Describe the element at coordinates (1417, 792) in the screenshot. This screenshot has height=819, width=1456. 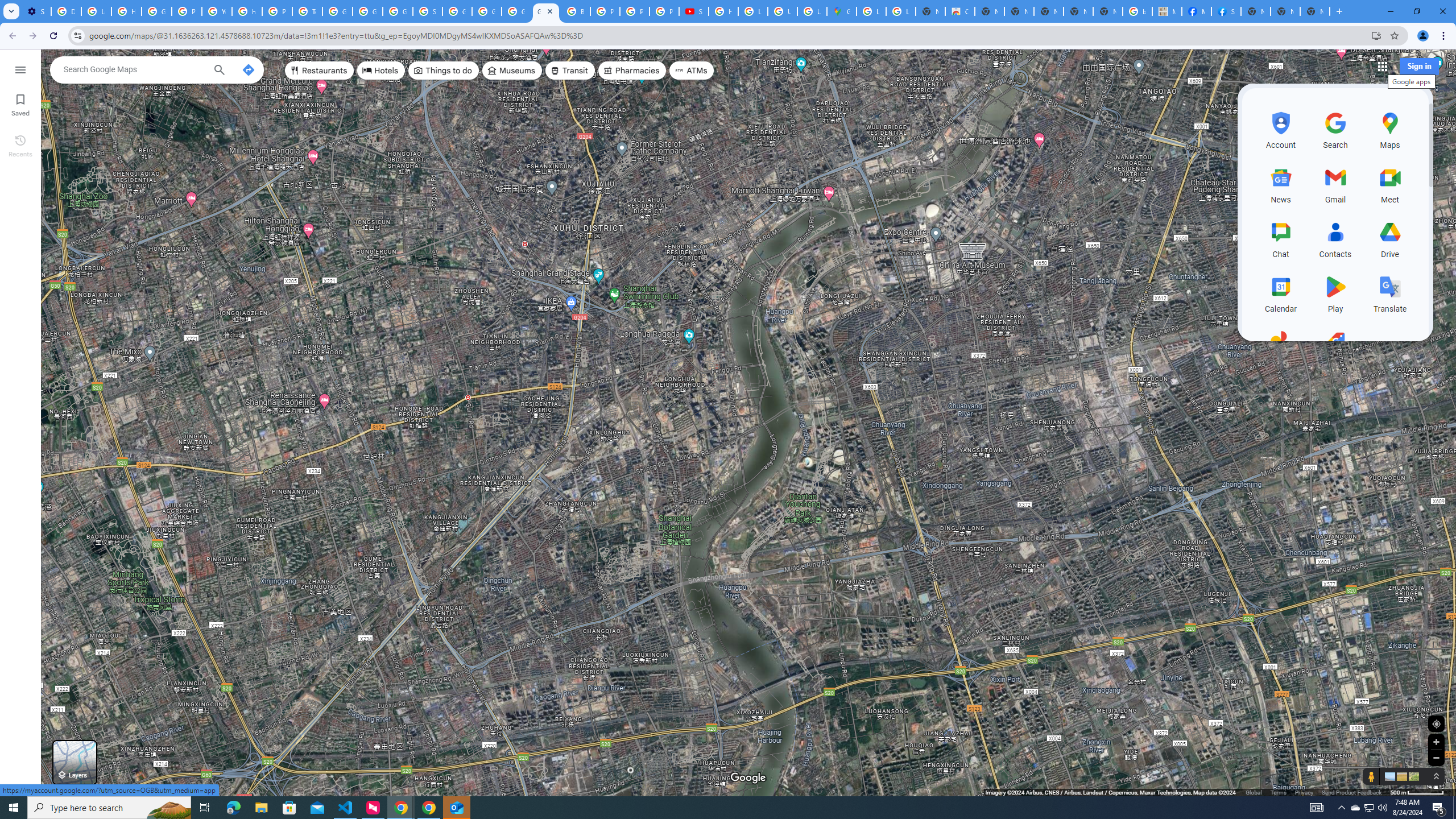
I see `'500 m'` at that location.